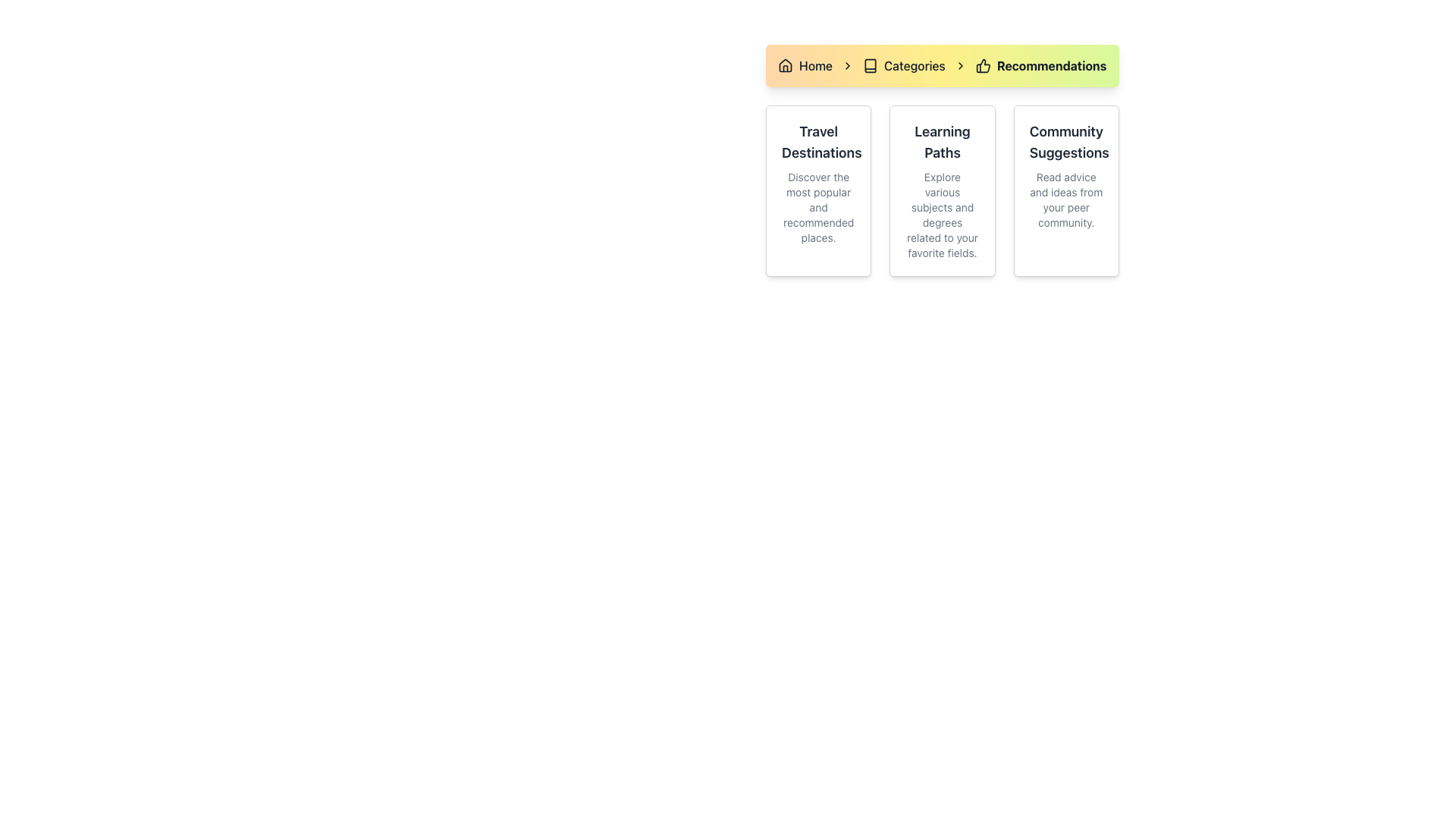 The image size is (1456, 819). Describe the element at coordinates (814, 65) in the screenshot. I see `the 'Home' text label in the breadcrumb navigation bar` at that location.